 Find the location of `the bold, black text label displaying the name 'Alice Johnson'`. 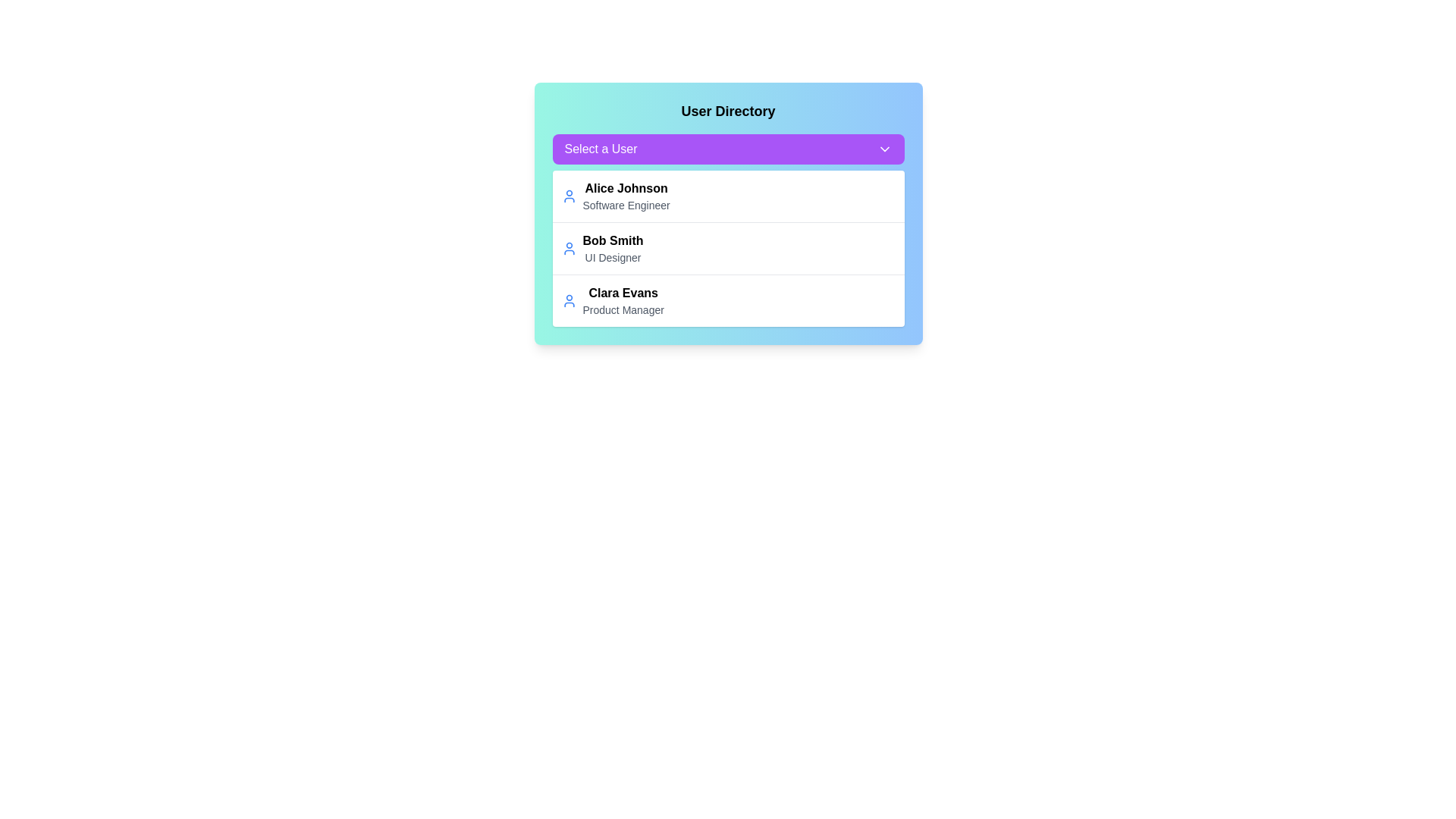

the bold, black text label displaying the name 'Alice Johnson' is located at coordinates (626, 188).